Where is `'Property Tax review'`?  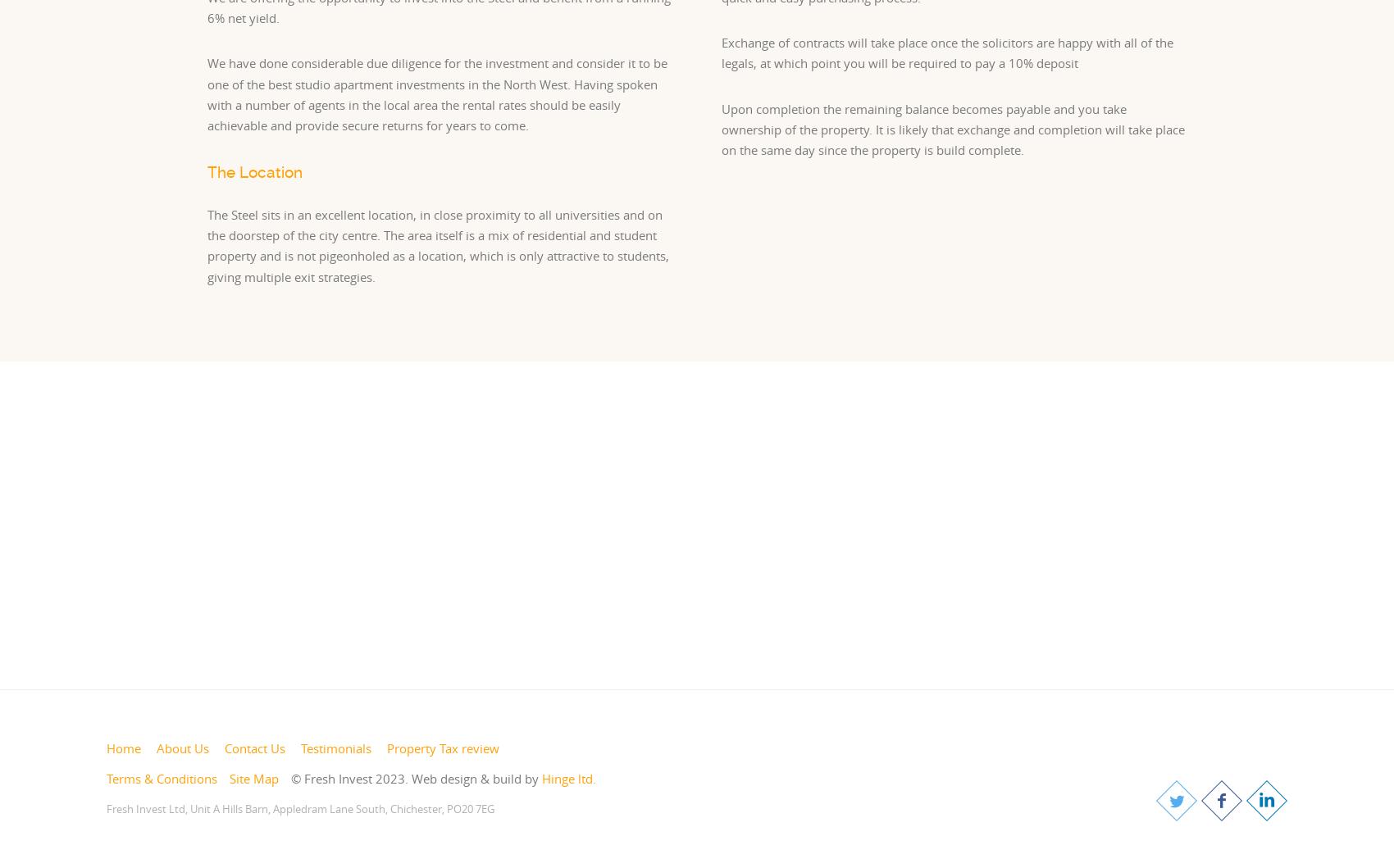 'Property Tax review' is located at coordinates (442, 748).